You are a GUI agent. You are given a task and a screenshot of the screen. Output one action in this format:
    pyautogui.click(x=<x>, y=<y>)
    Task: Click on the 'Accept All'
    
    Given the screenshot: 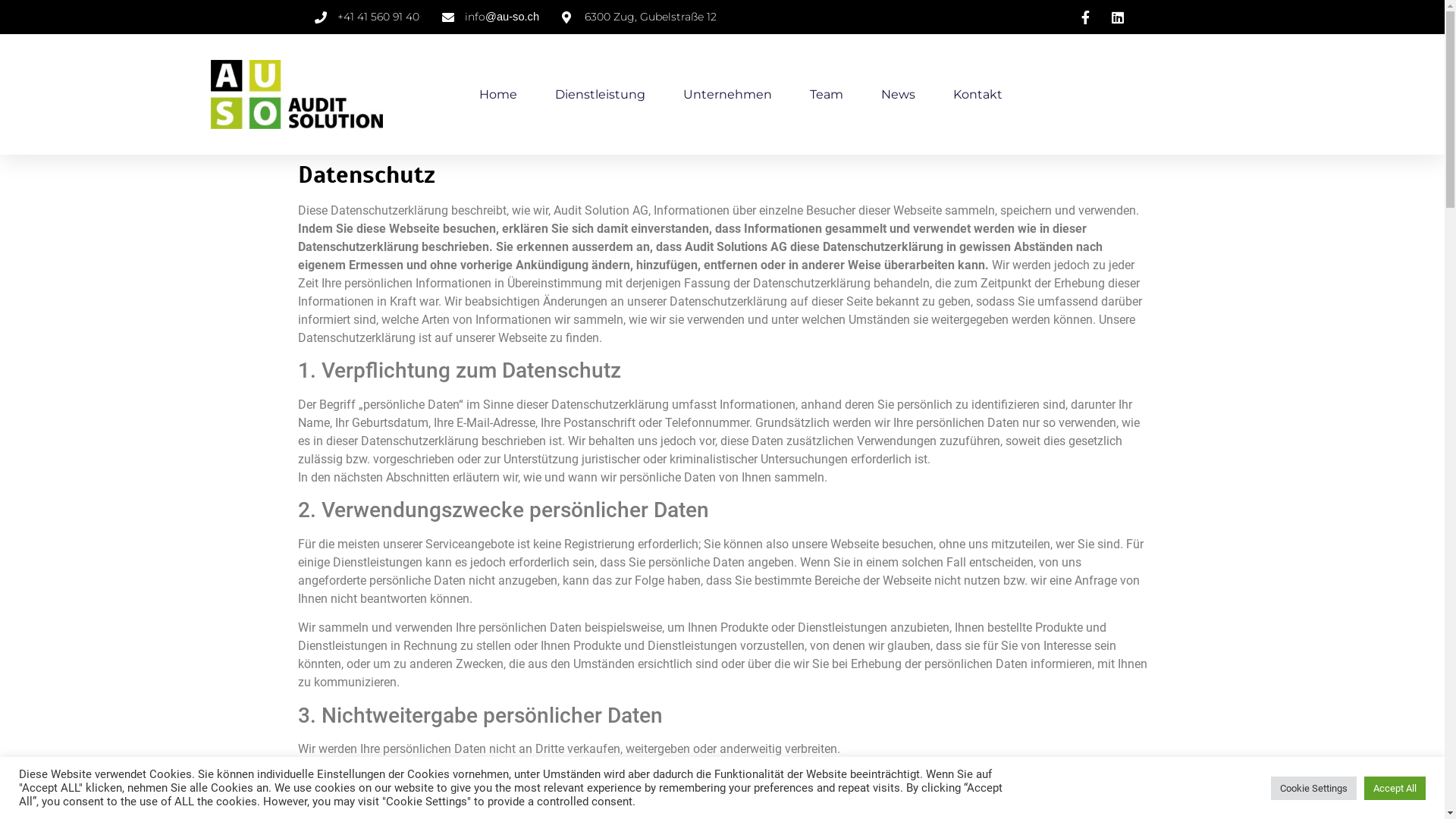 What is the action you would take?
    pyautogui.click(x=1364, y=787)
    